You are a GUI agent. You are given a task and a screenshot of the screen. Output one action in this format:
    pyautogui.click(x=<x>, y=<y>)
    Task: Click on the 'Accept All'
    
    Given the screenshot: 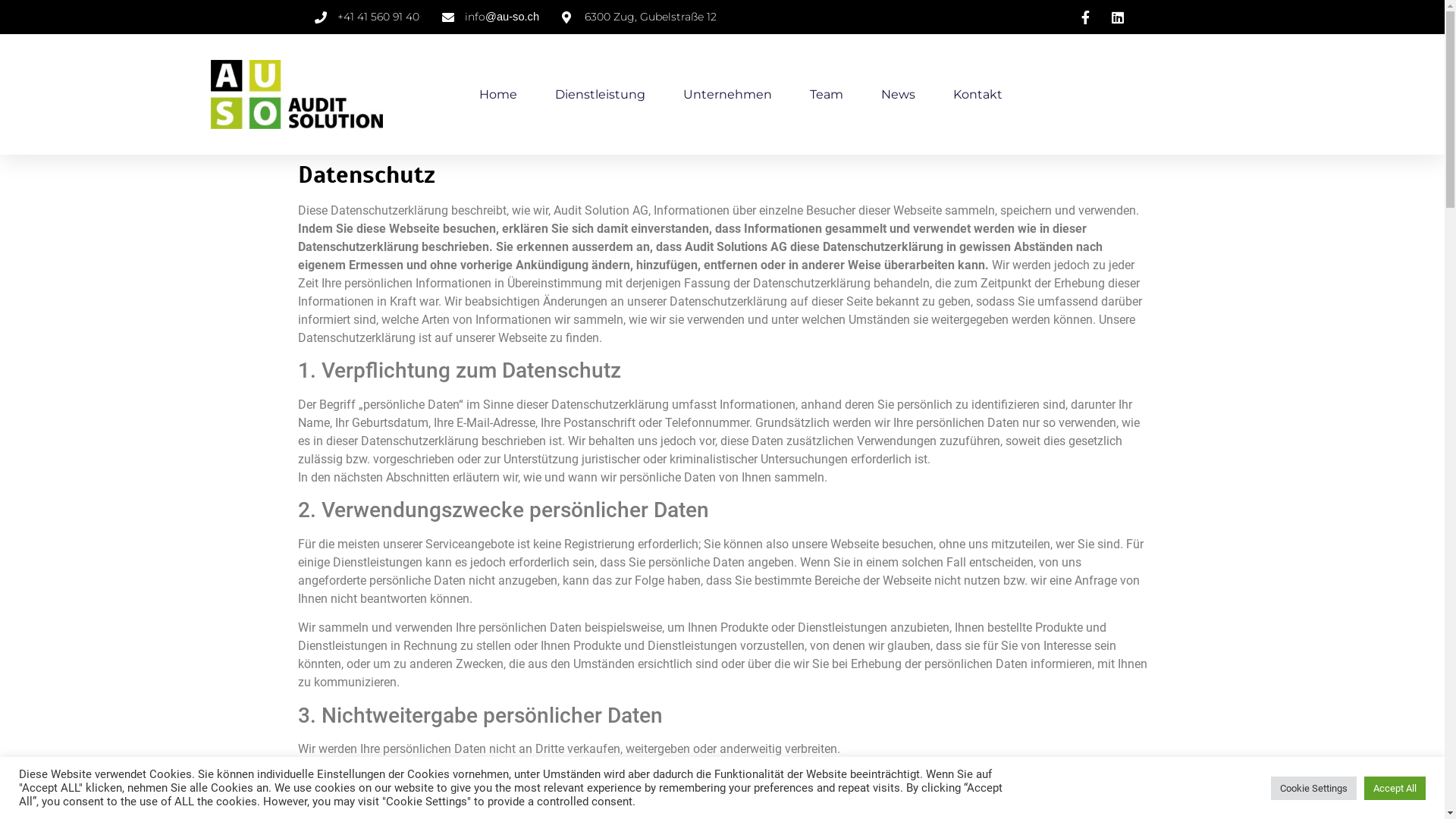 What is the action you would take?
    pyautogui.click(x=1364, y=787)
    